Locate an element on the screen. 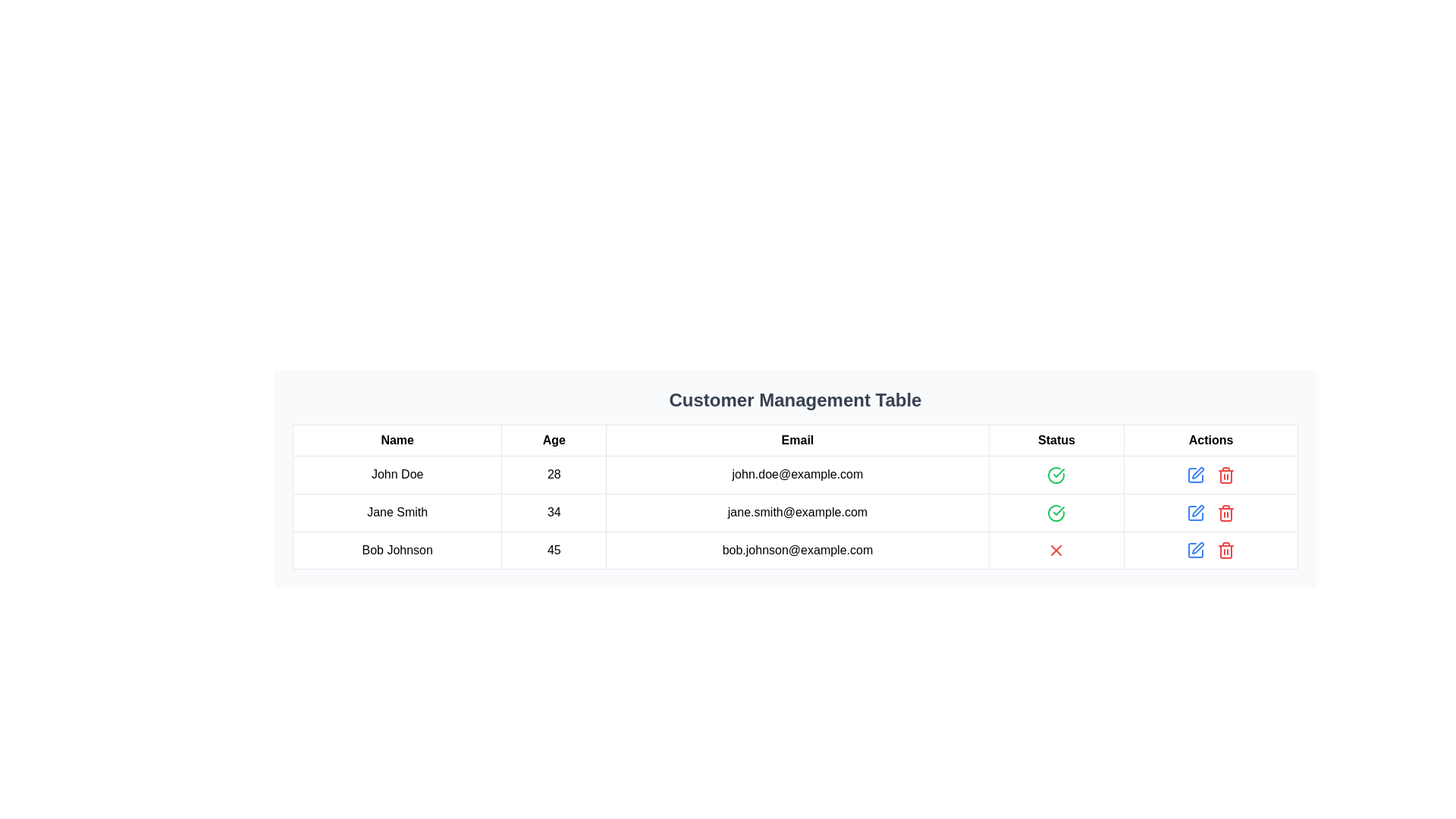 The height and width of the screenshot is (819, 1456). the email address element displayed in the third column of the second row of the user information table, aligned with 'Jane Smith' is located at coordinates (796, 512).